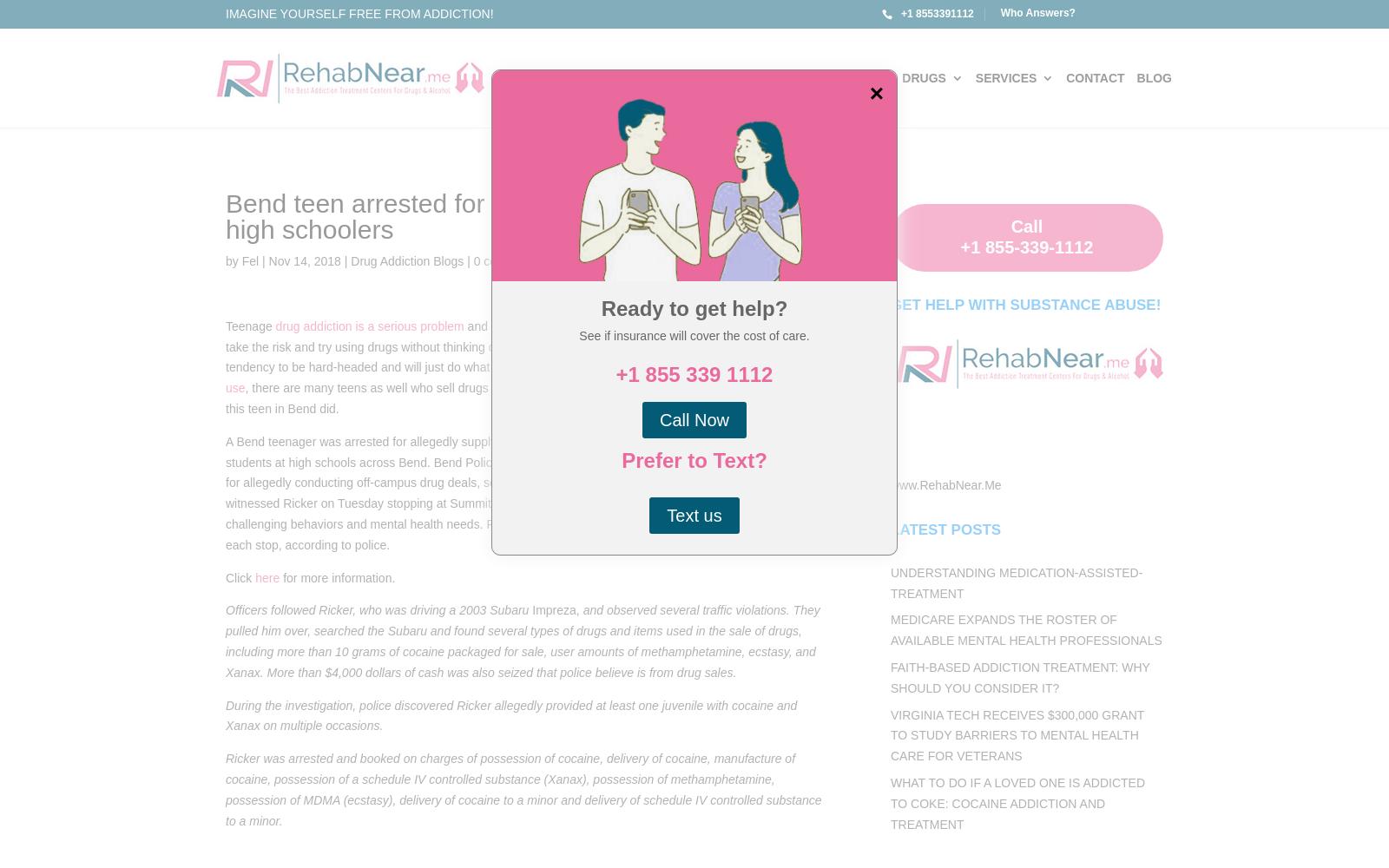 The width and height of the screenshot is (1389, 868). Describe the element at coordinates (945, 485) in the screenshot. I see `'www.RehabNear.Me'` at that location.